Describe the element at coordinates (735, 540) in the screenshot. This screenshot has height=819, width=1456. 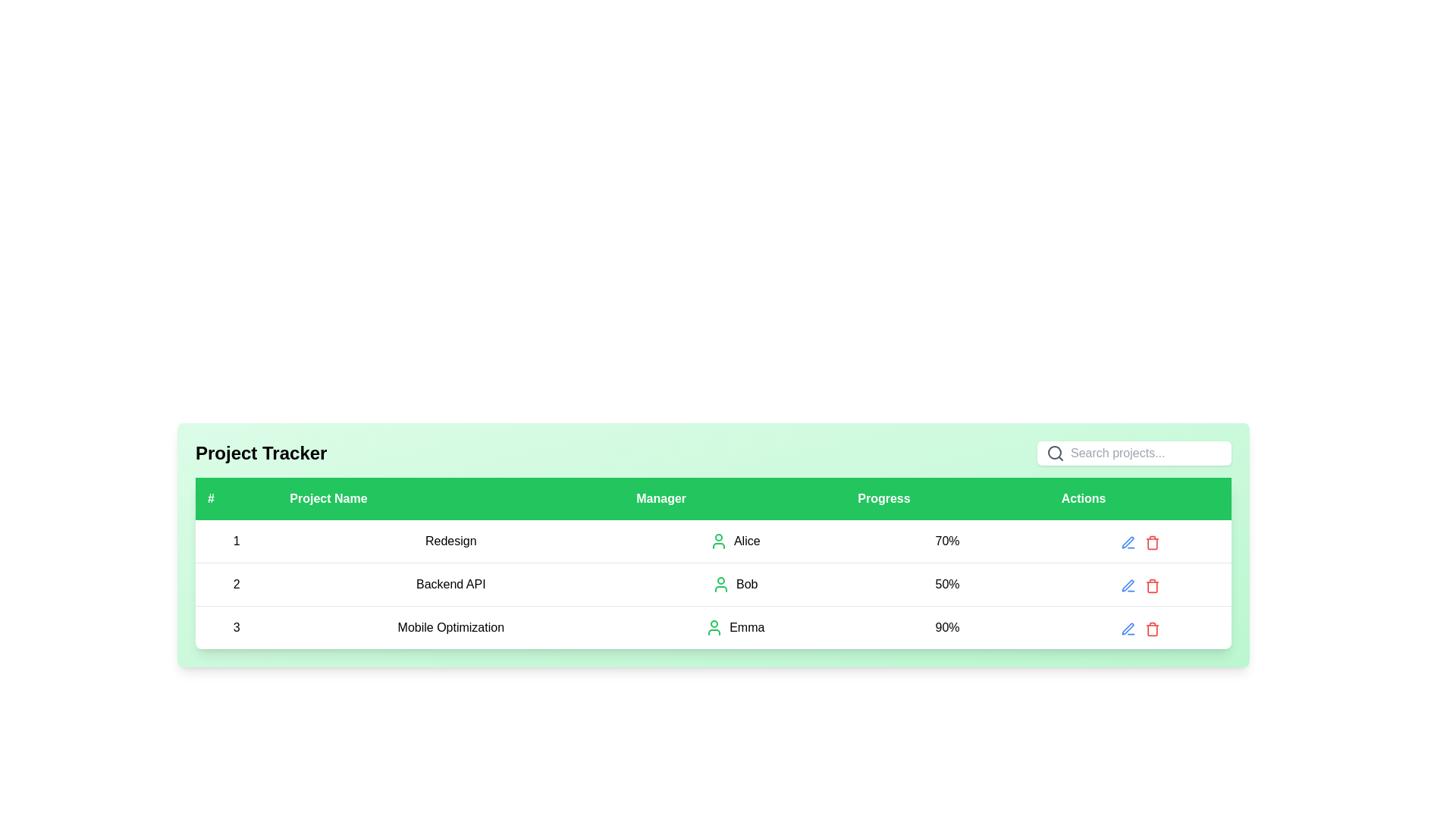
I see `the 'Alice' text label or the user icon in the third column of the second row under the 'Manager' column corresponding to the row labeled 'Redesign'` at that location.